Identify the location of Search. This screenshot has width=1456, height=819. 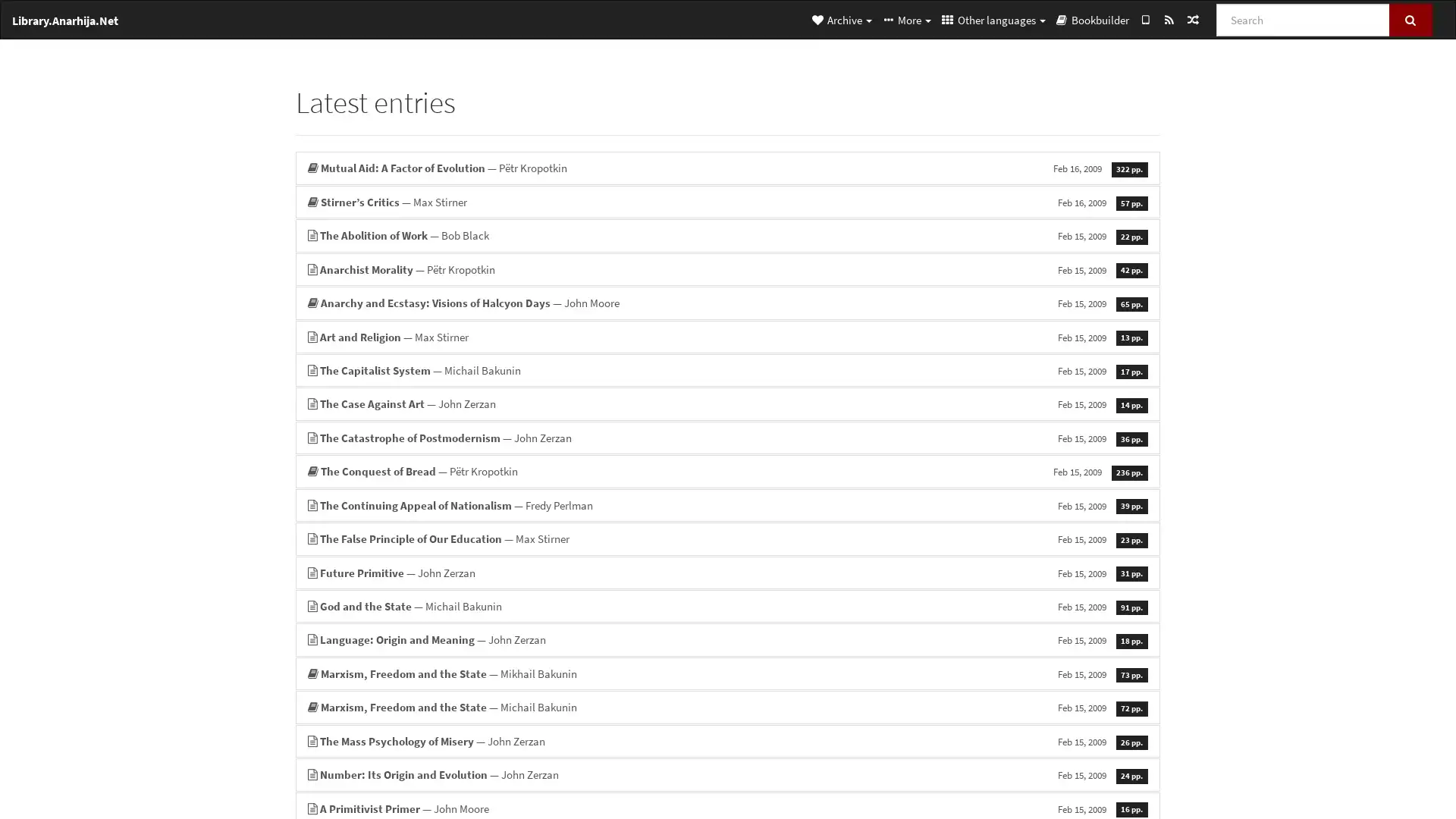
(1410, 19).